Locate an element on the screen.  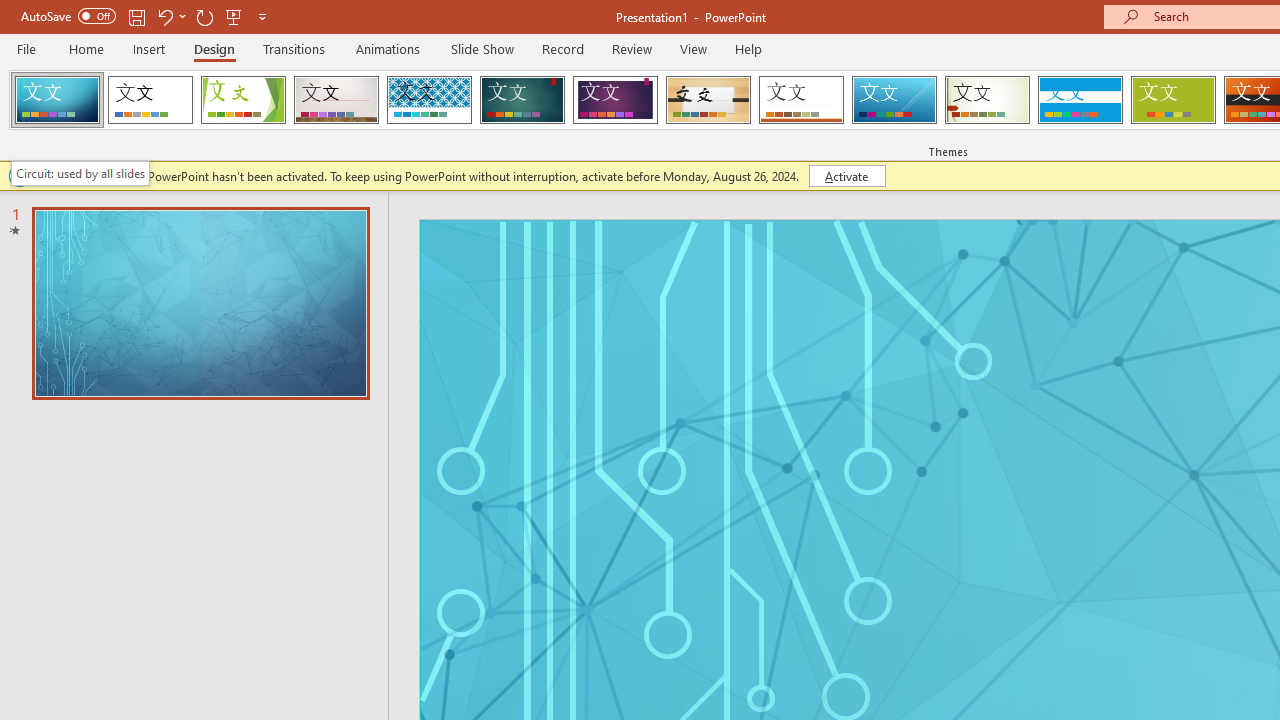
'FadeVTI' is located at coordinates (57, 100).